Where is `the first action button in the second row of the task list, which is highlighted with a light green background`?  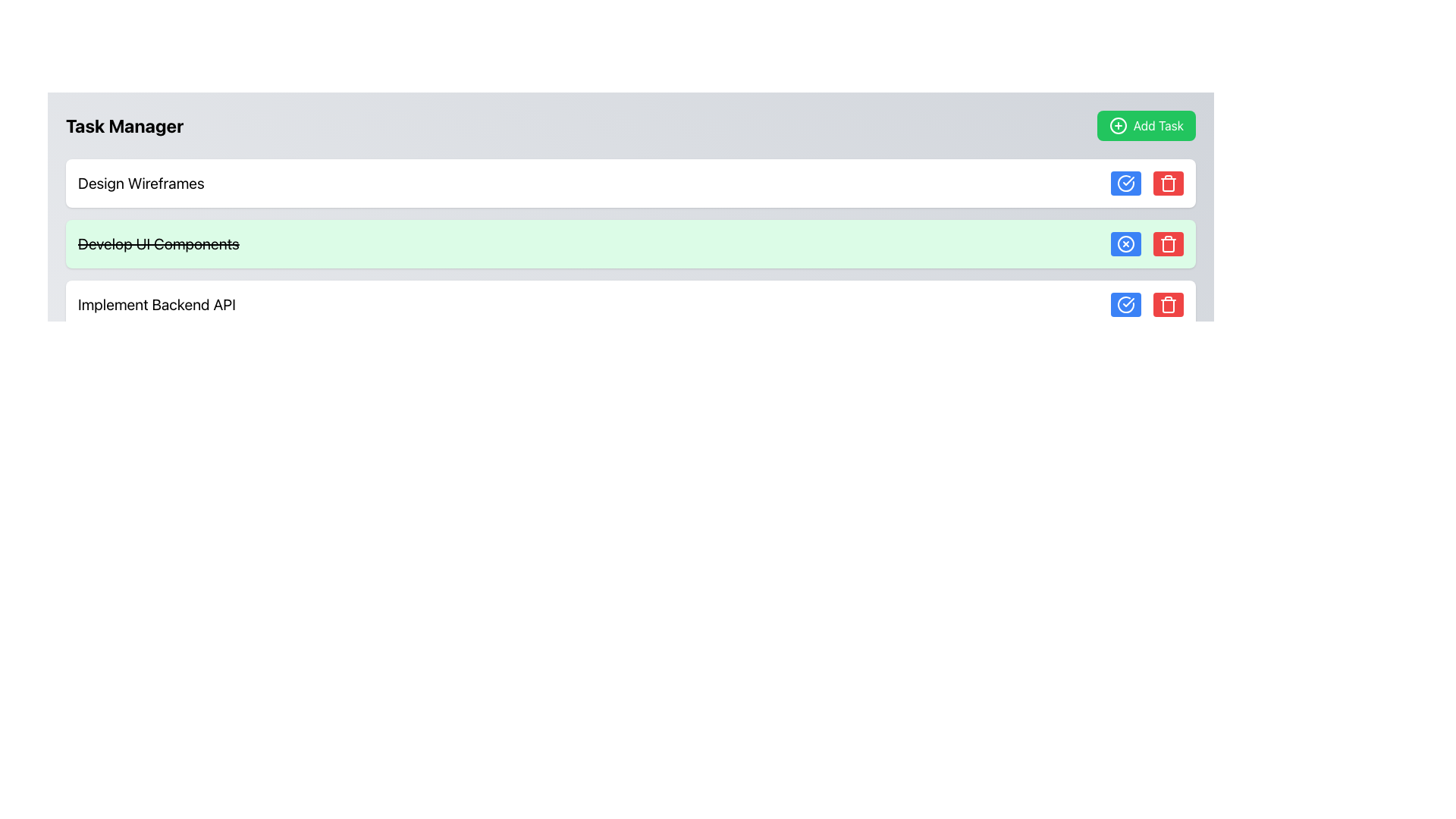
the first action button in the second row of the task list, which is highlighted with a light green background is located at coordinates (1125, 243).